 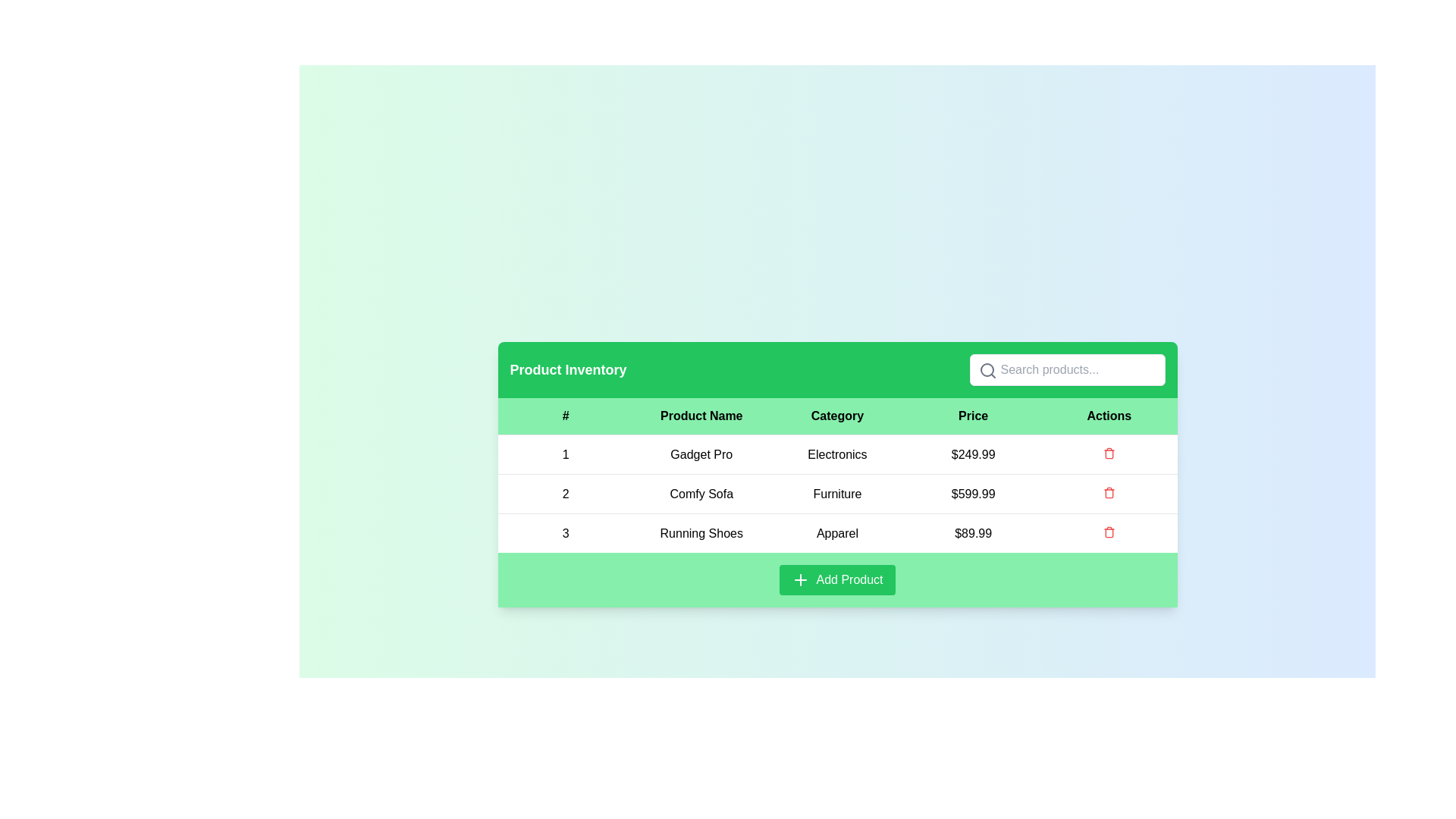 I want to click on the trash bin icon in the 'Actions' column of the first row of the 'Product Inventory' table, so click(x=1109, y=452).